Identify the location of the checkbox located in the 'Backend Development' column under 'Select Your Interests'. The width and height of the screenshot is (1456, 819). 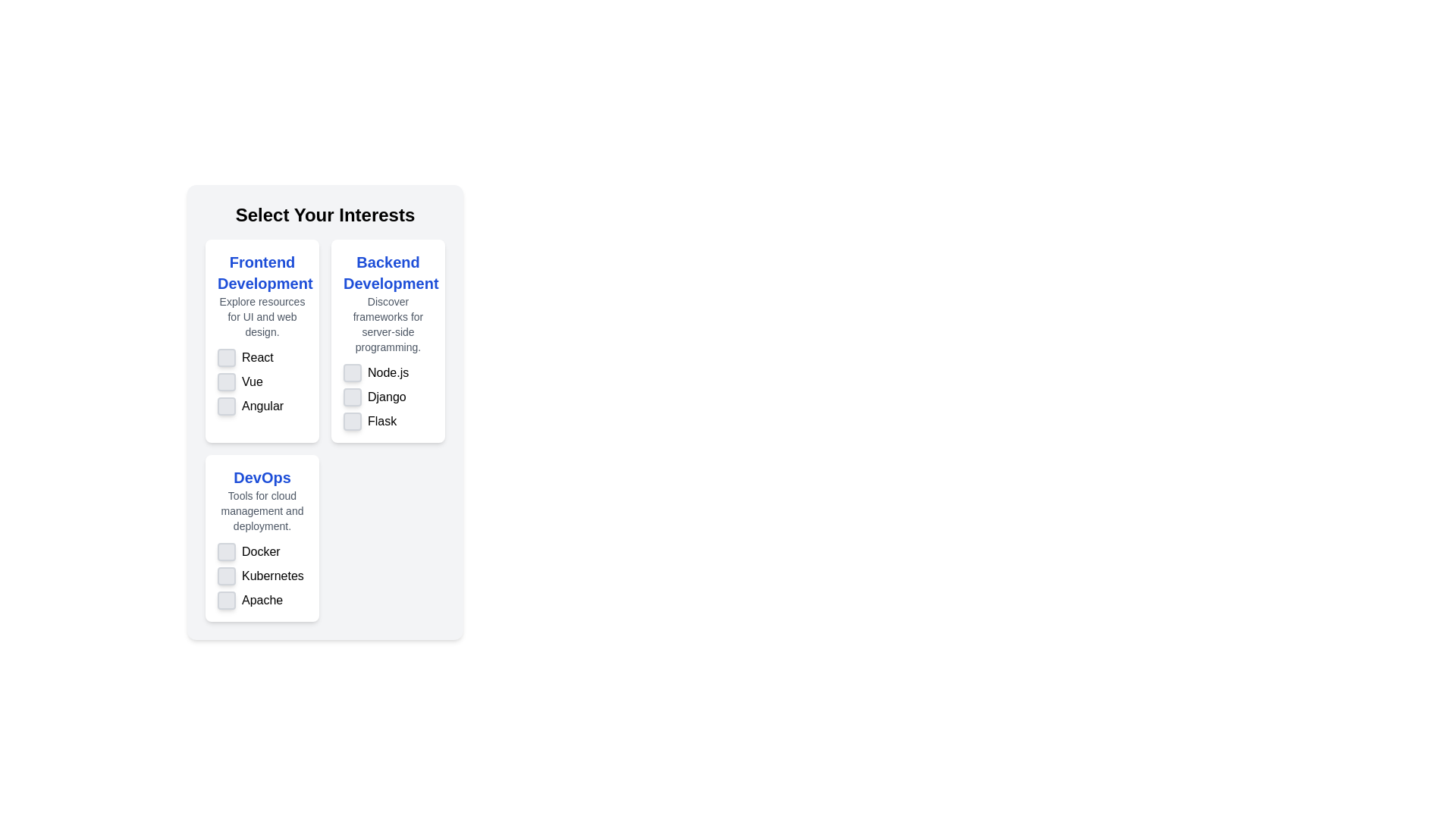
(352, 373).